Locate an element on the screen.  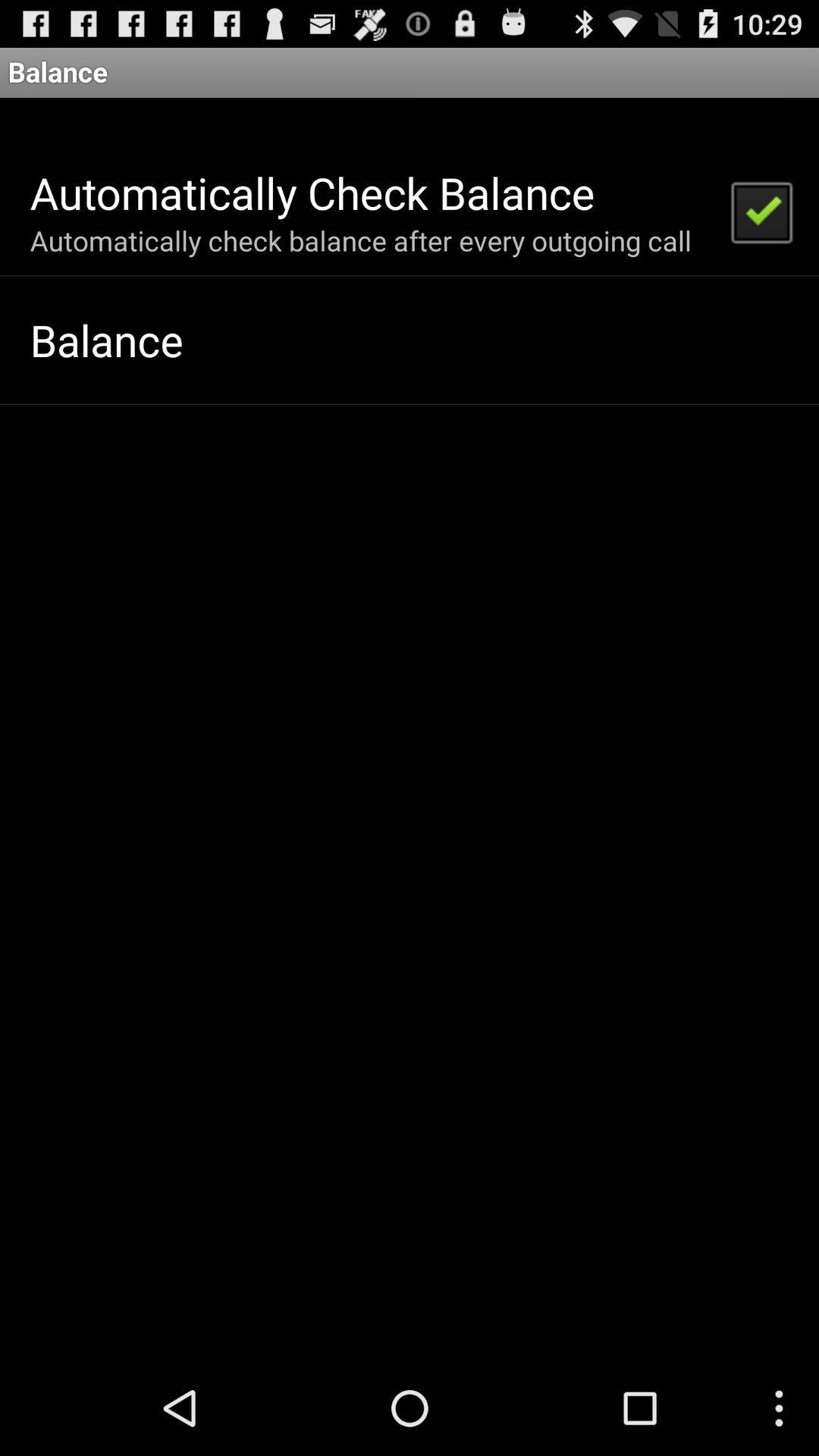
item below balance app is located at coordinates (761, 210).